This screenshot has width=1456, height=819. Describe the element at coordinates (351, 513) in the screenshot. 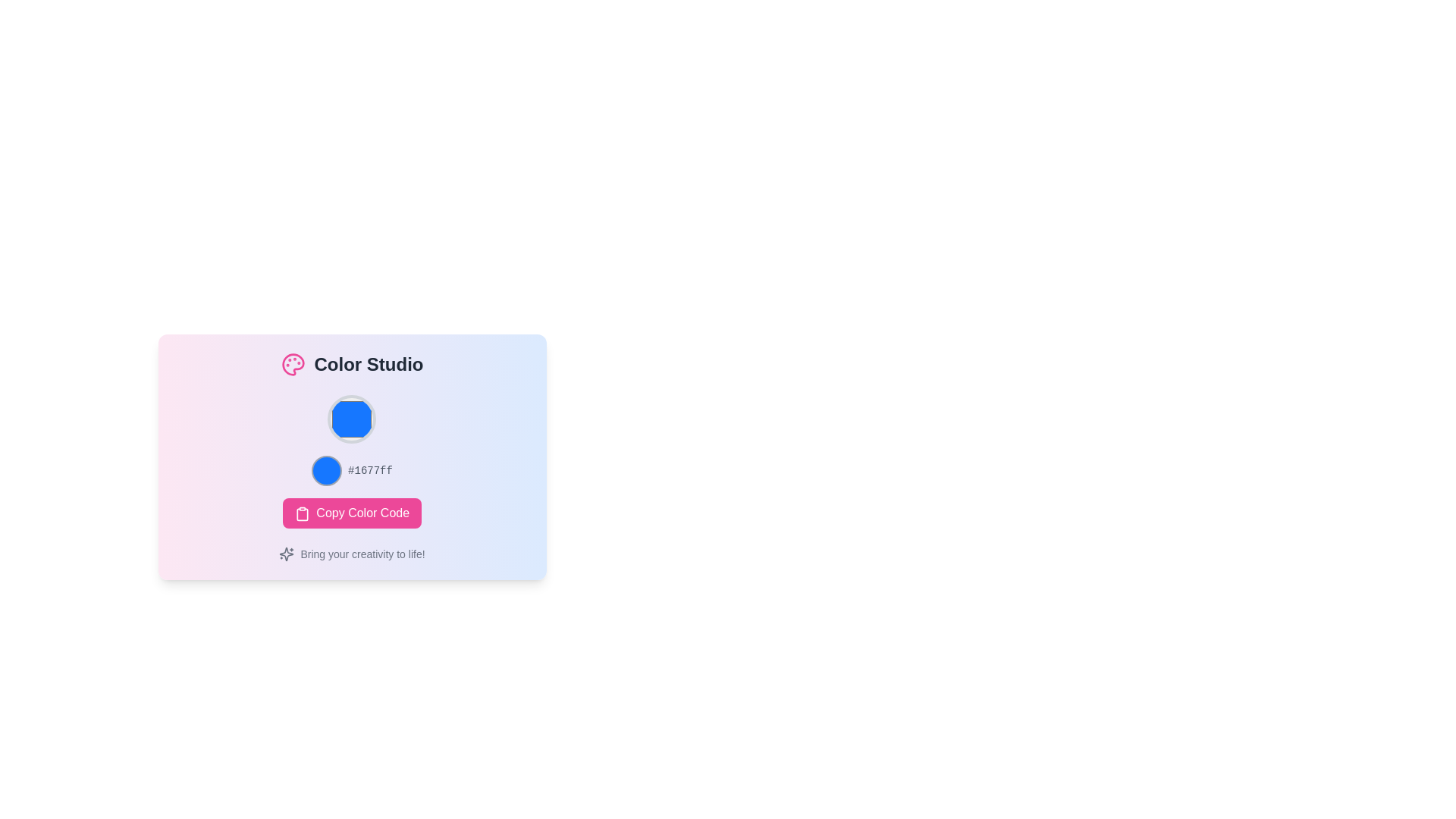

I see `the button located directly below the color code '#1677ff' to copy the color code to the clipboard` at that location.